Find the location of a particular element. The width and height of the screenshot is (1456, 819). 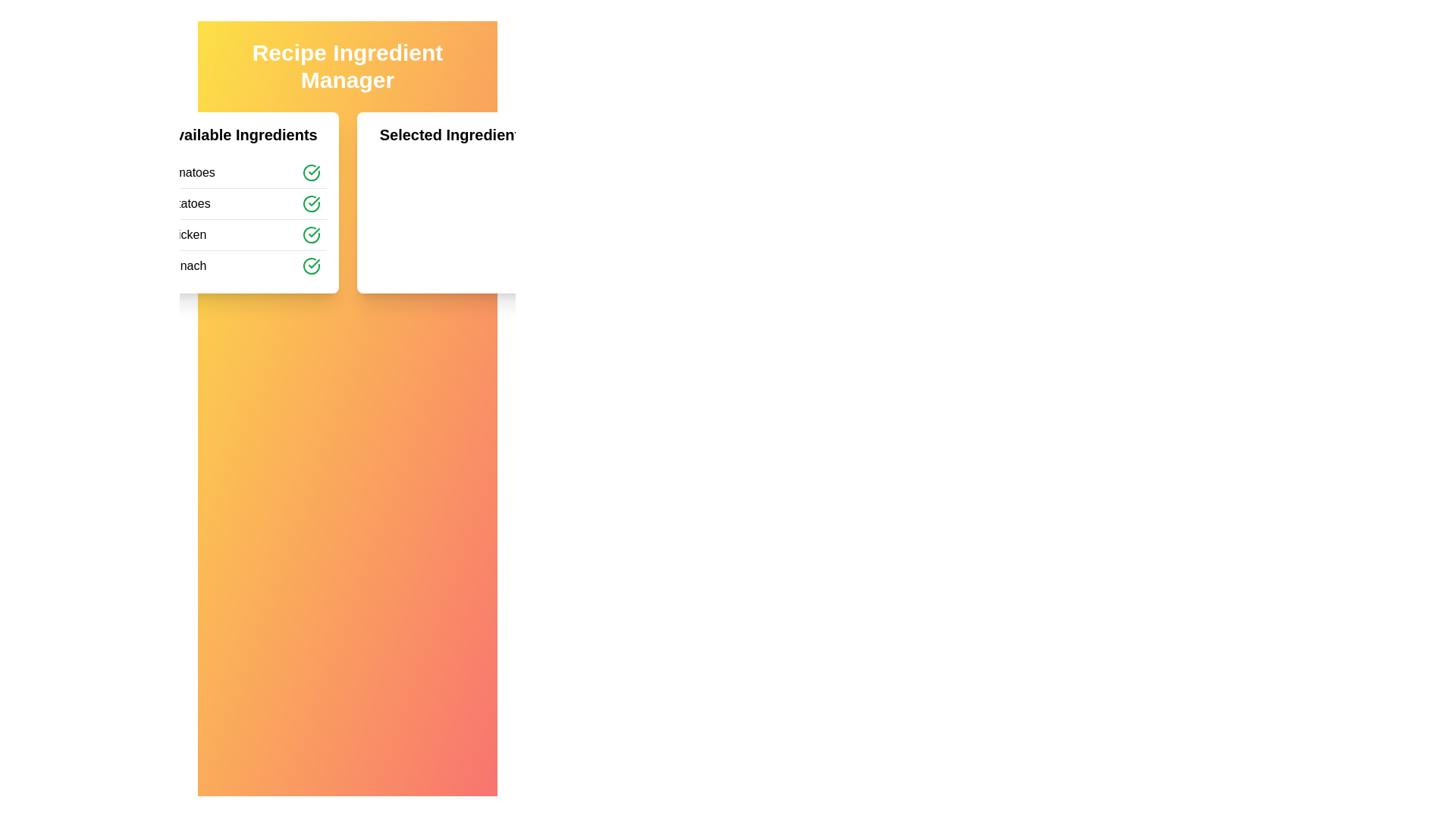

green check icon next to Spinach to add it to the selected list is located at coordinates (310, 265).